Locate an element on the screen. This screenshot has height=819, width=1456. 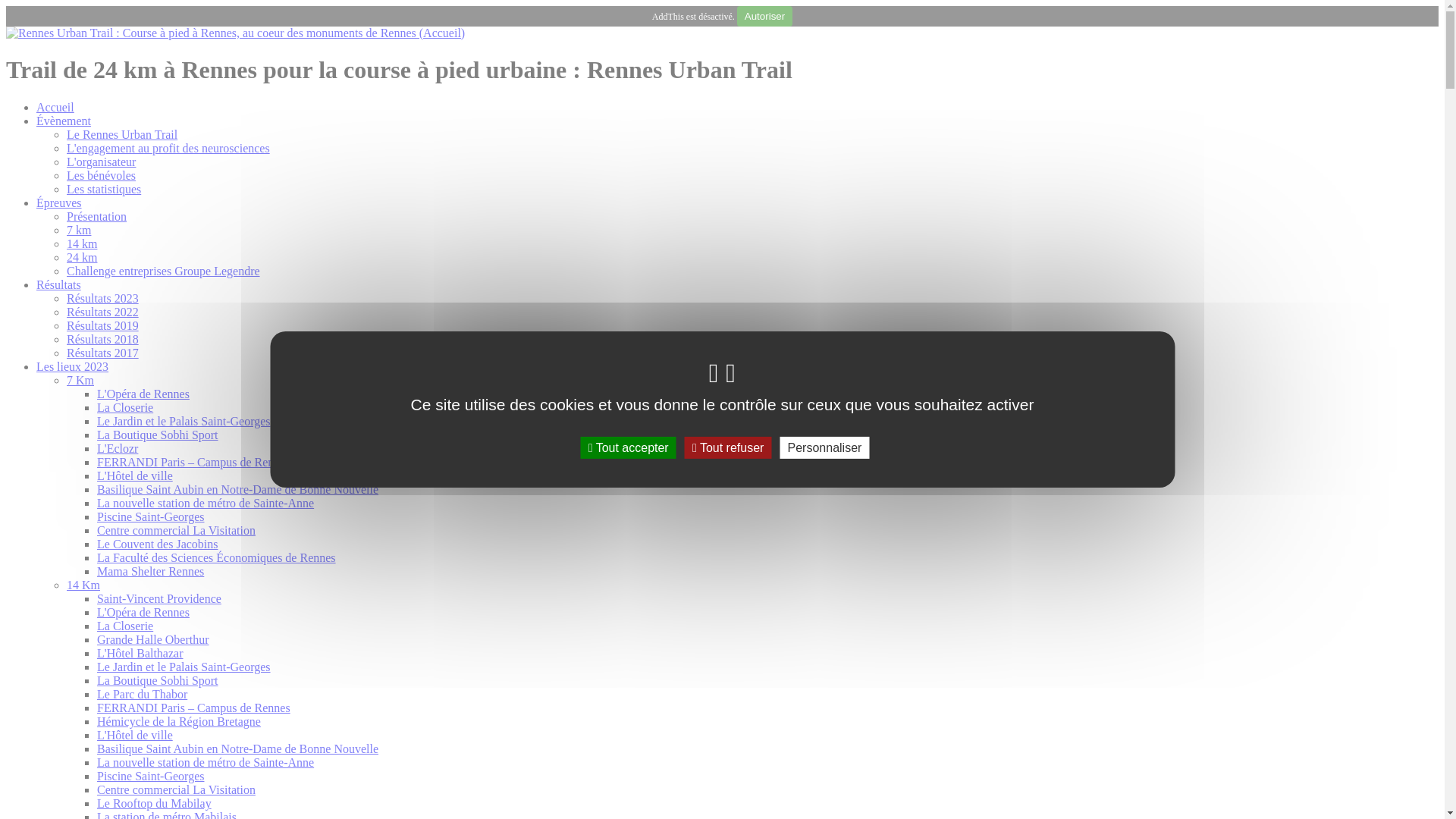
'Les lieux 2023' is located at coordinates (71, 366).